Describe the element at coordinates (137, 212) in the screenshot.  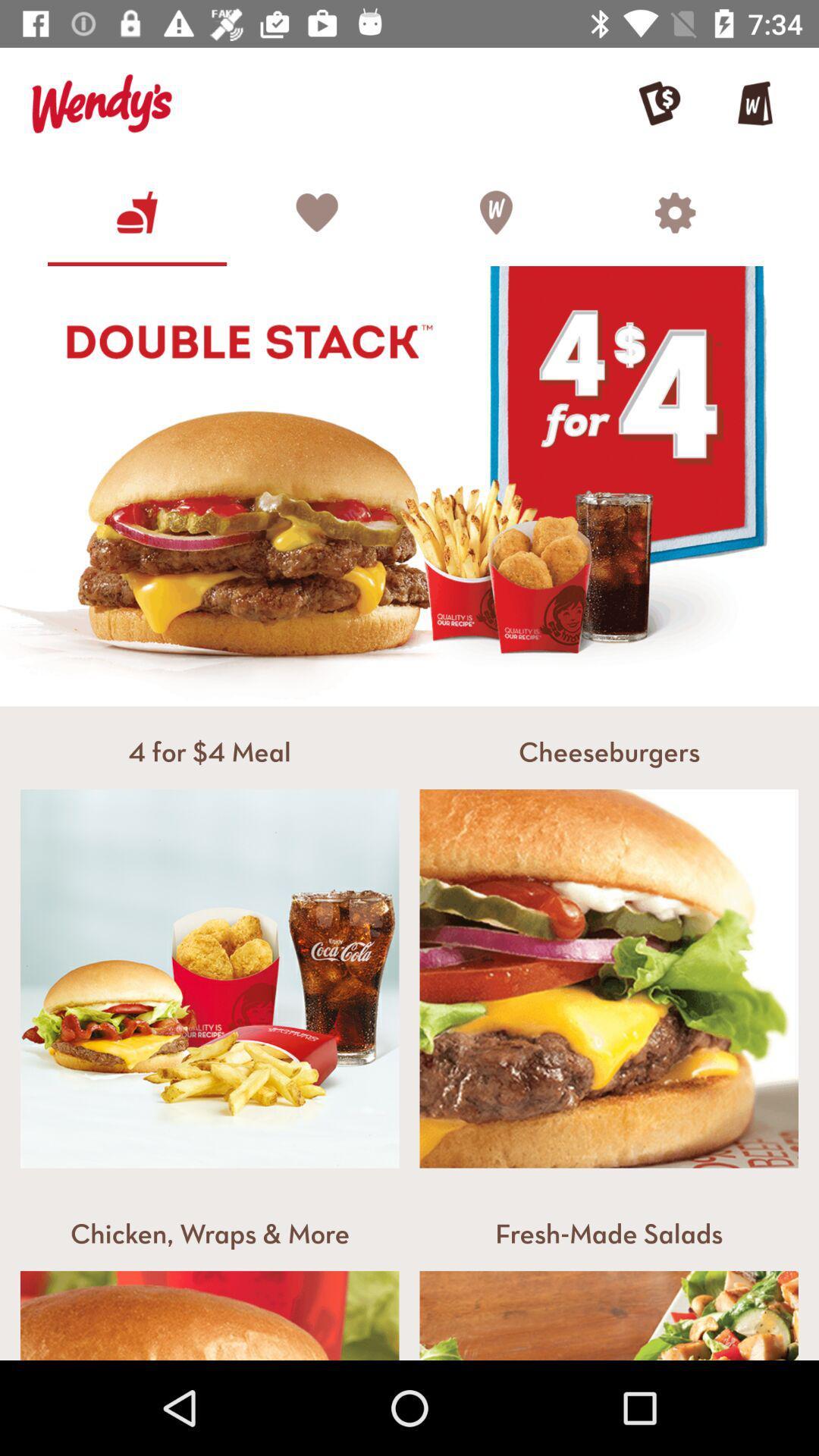
I see `the icon below wendys` at that location.